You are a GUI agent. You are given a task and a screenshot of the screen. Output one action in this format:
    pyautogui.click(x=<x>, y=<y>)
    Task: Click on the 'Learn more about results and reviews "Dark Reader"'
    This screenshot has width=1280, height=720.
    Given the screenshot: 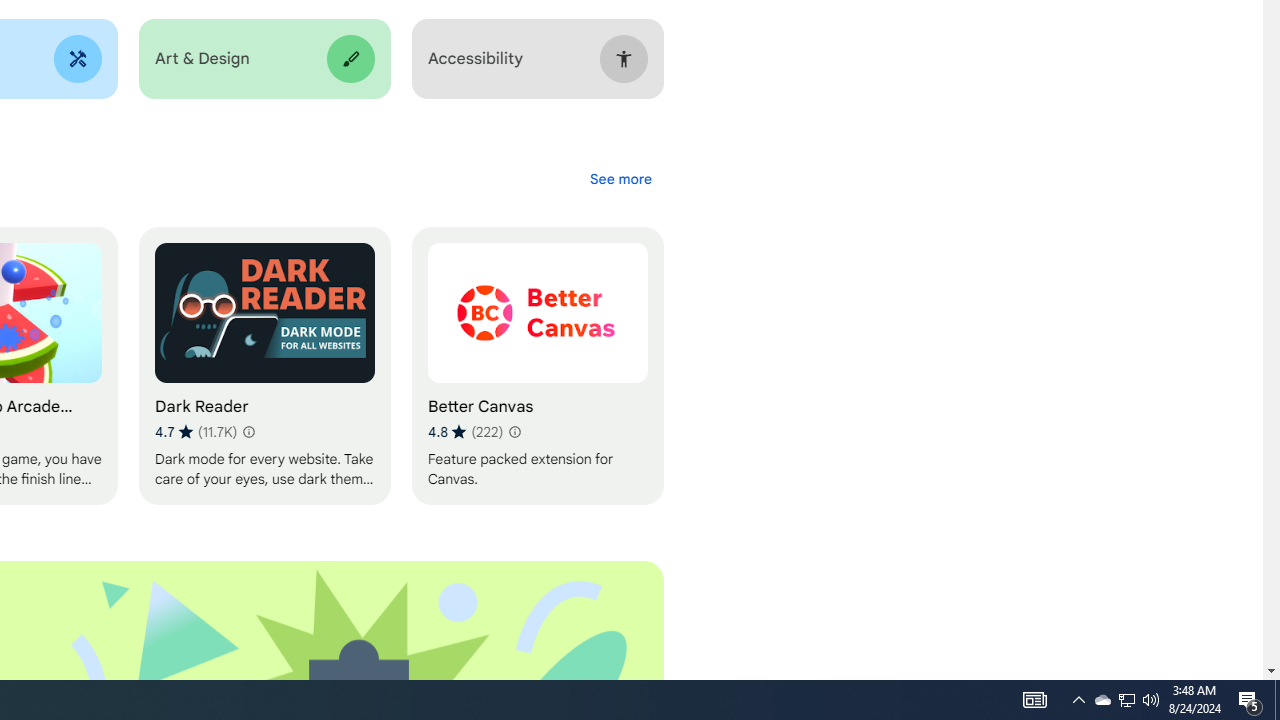 What is the action you would take?
    pyautogui.click(x=246, y=431)
    